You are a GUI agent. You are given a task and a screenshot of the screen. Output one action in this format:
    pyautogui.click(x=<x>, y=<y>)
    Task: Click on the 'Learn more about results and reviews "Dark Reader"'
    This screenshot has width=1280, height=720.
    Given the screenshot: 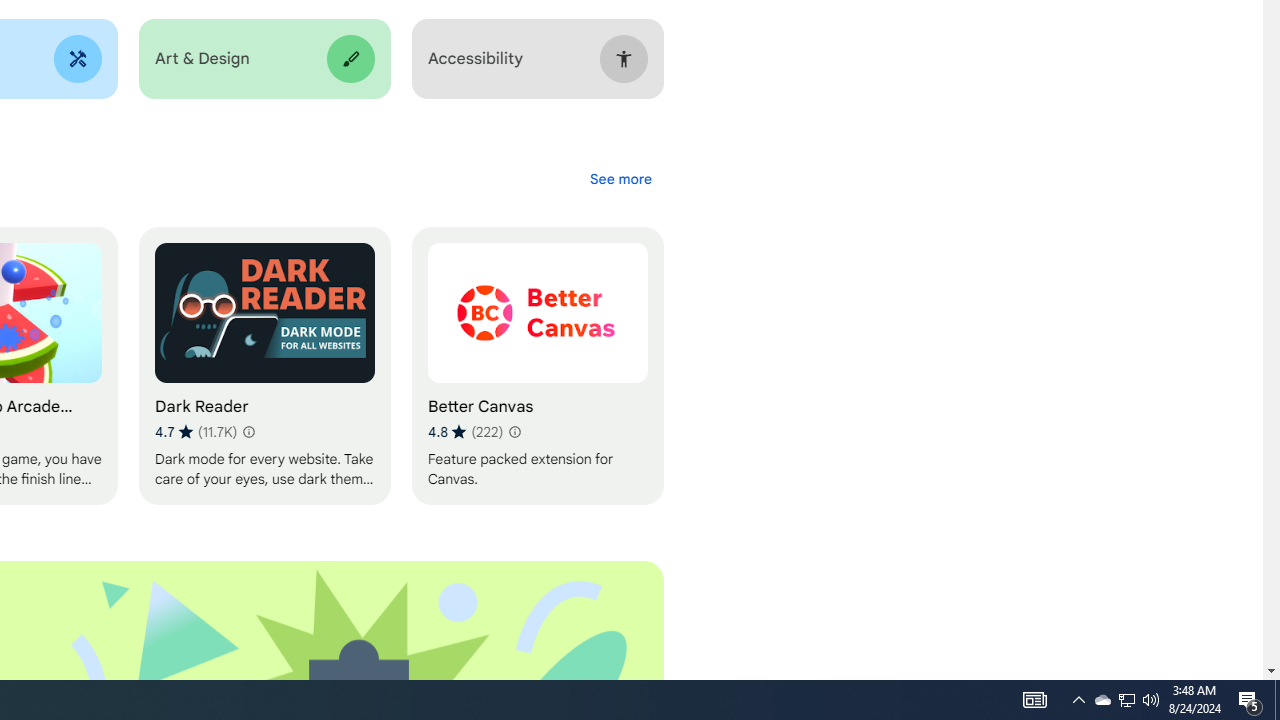 What is the action you would take?
    pyautogui.click(x=246, y=431)
    